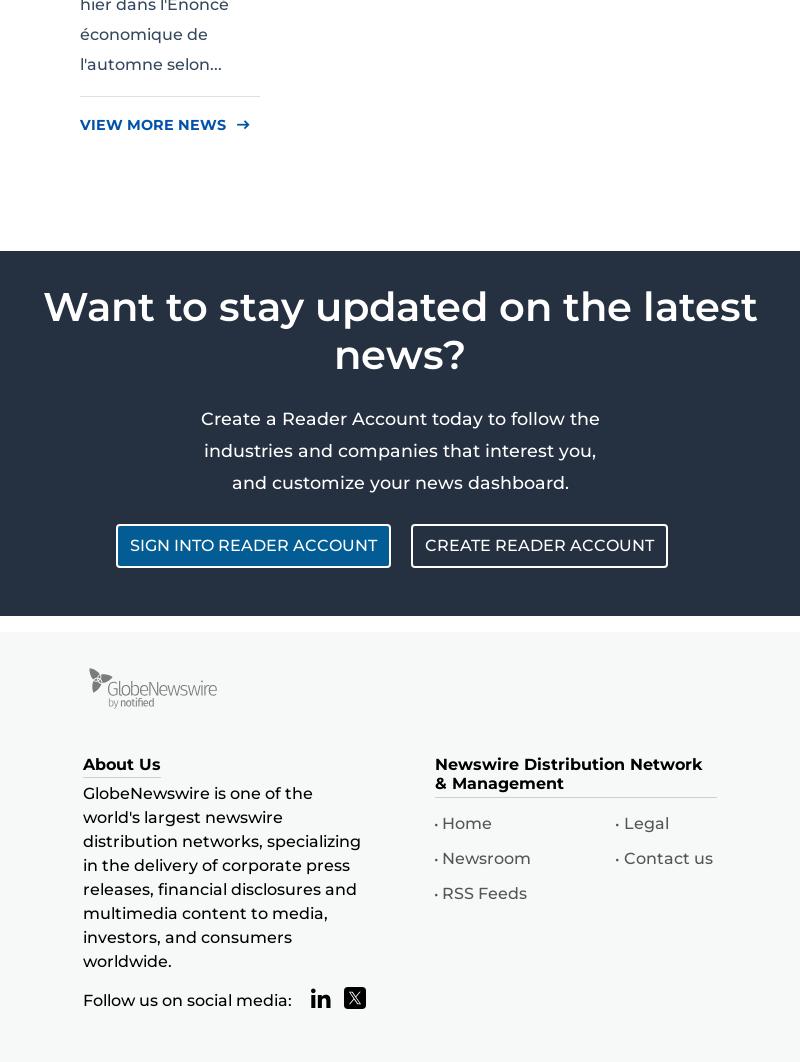  I want to click on 'Home', so click(465, 821).